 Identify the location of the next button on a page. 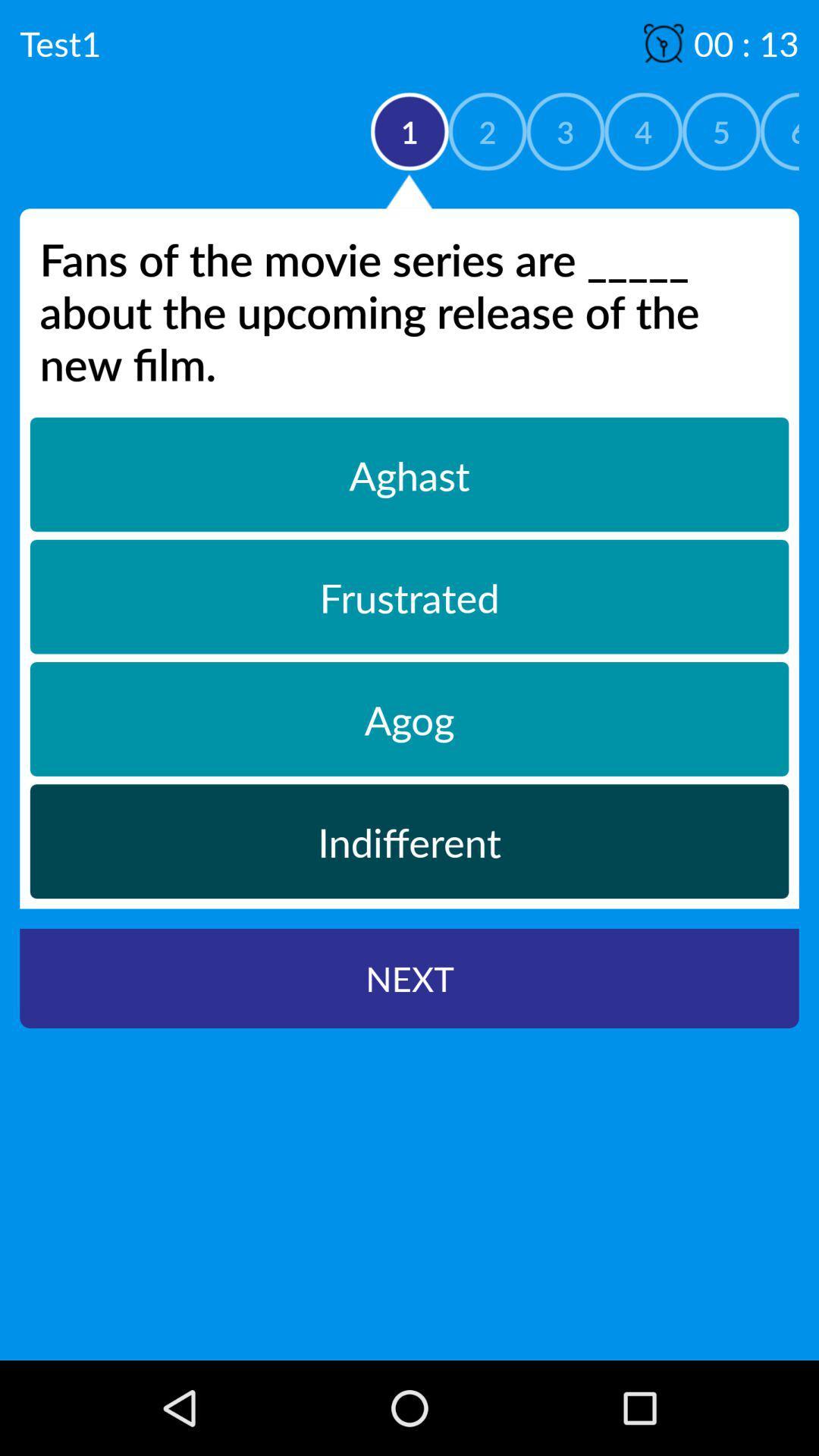
(409, 978).